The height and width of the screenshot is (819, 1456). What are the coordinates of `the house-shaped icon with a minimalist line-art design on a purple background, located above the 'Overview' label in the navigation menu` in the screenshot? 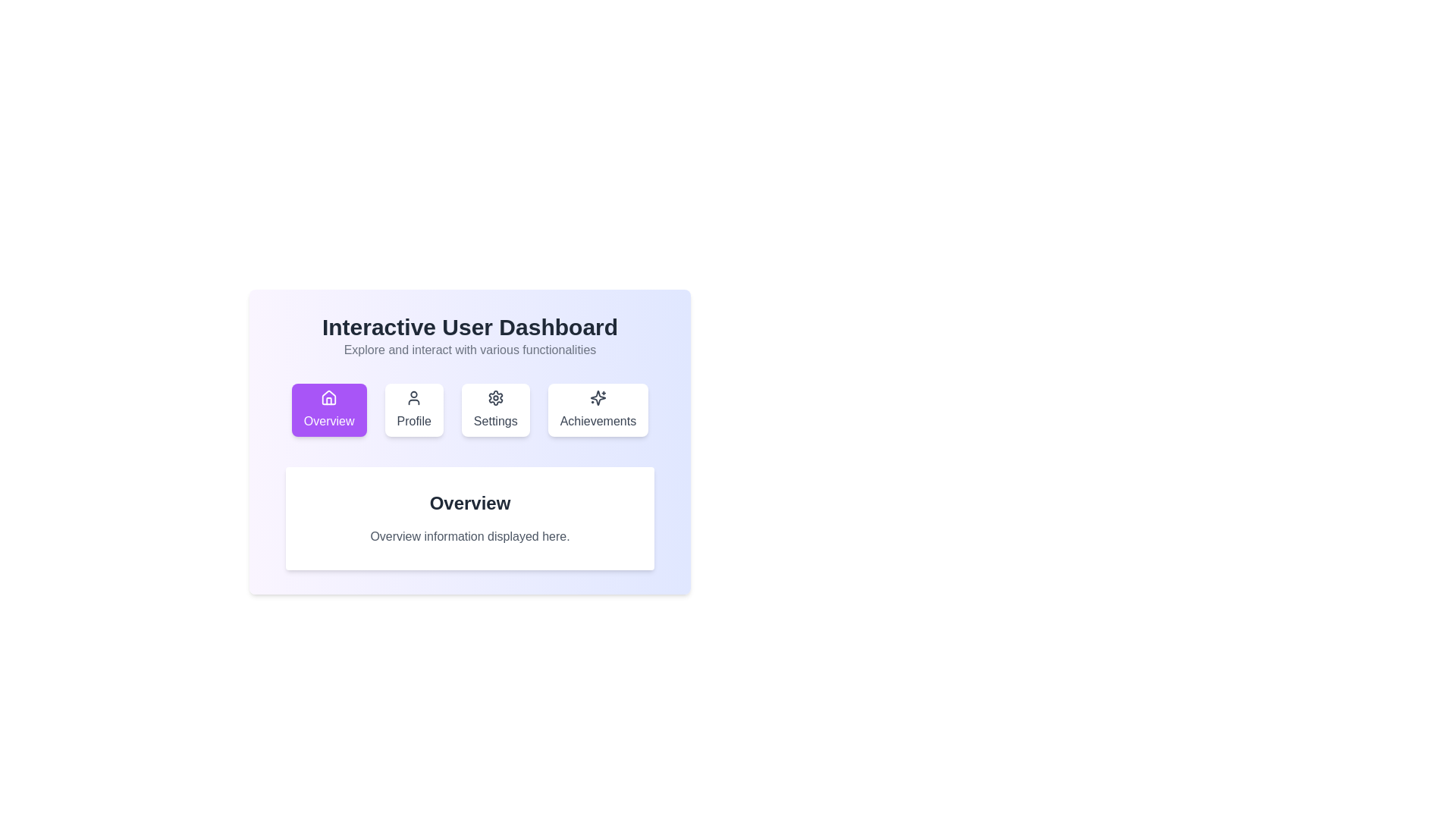 It's located at (328, 397).